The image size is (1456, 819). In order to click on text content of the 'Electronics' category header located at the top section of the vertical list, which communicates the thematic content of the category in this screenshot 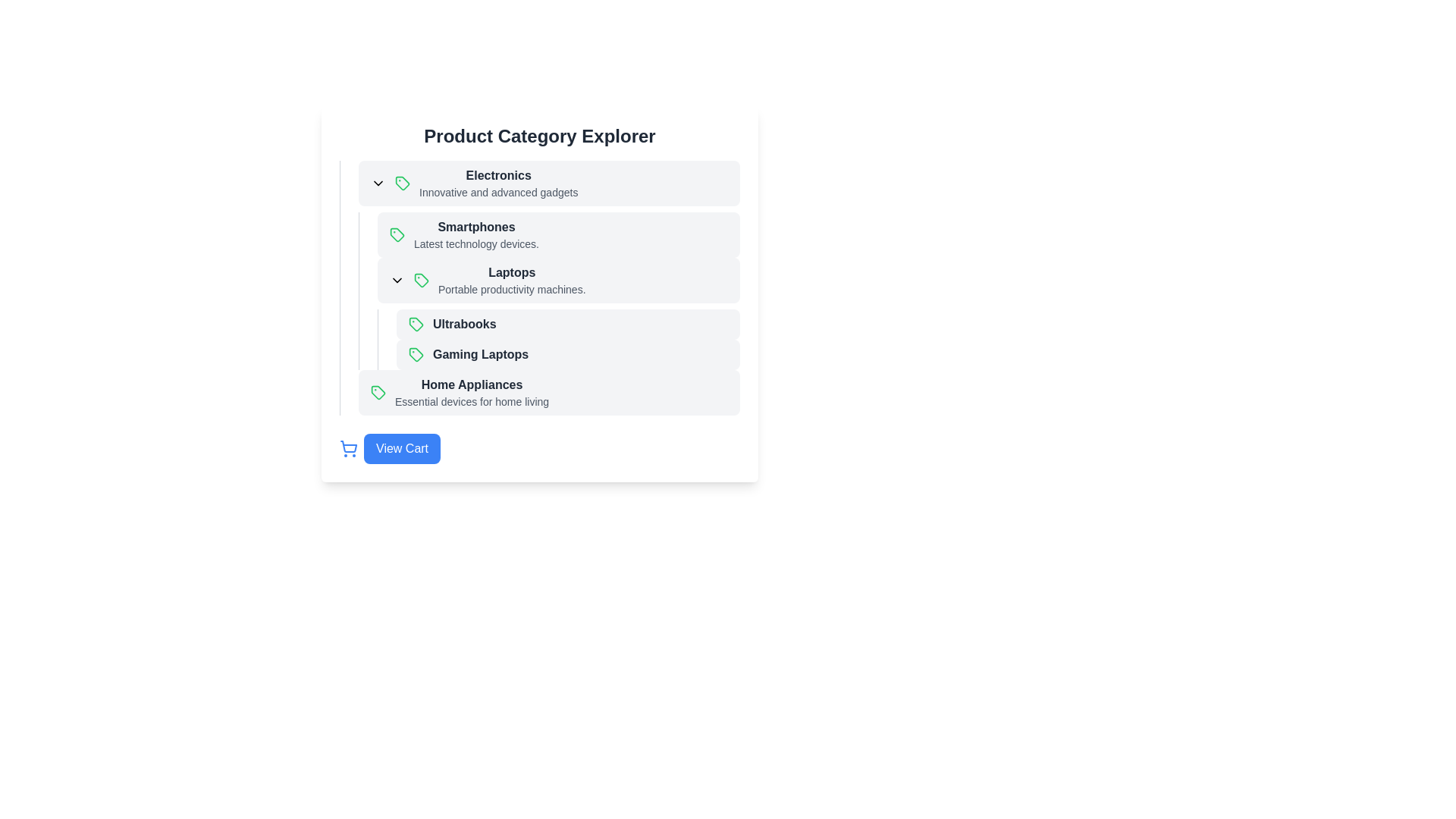, I will do `click(498, 174)`.